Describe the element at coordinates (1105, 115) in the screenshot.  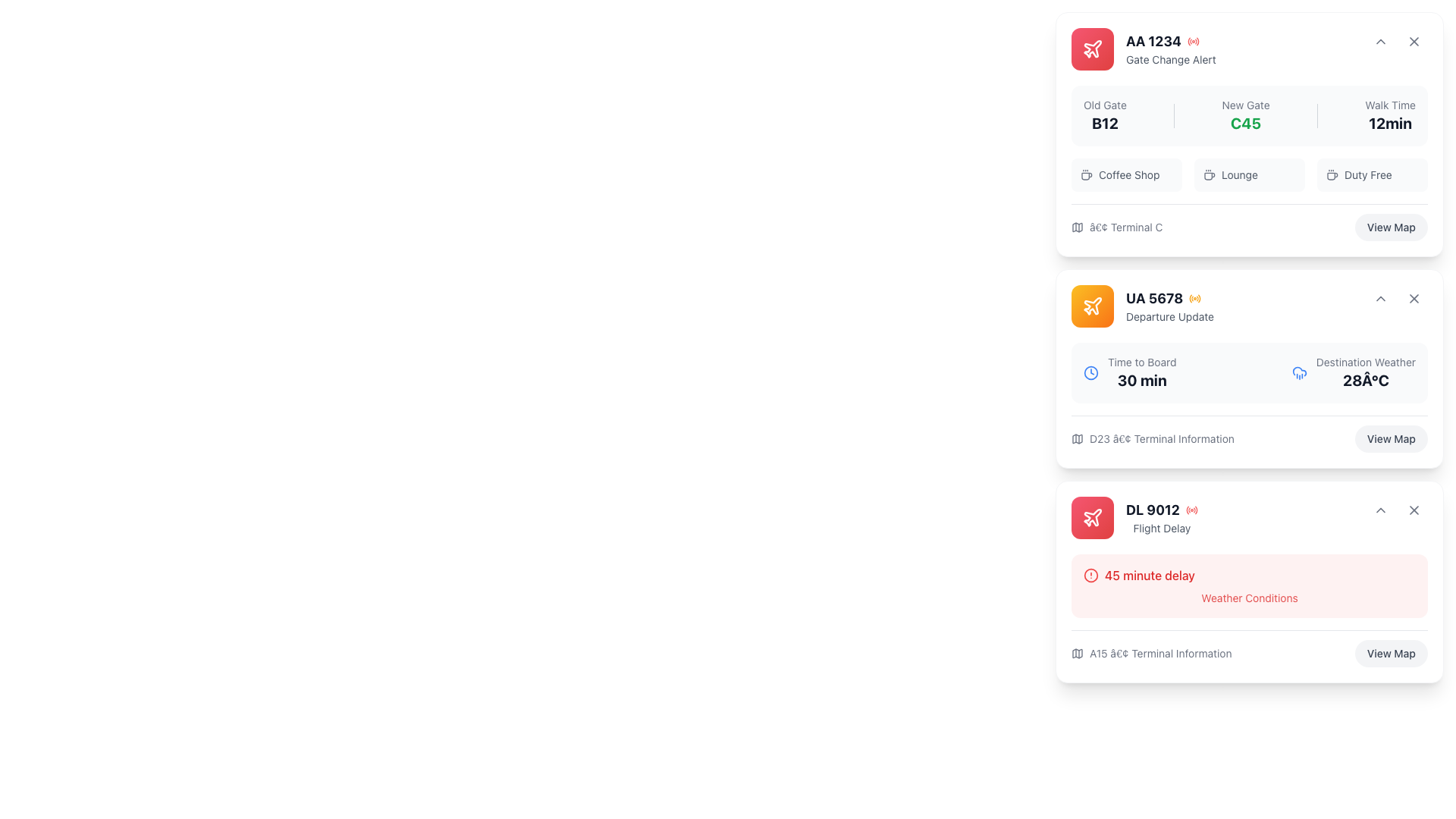
I see `the static text label element that displays 'B12' in bold, located below 'Old Gate' in the notifications panel` at that location.